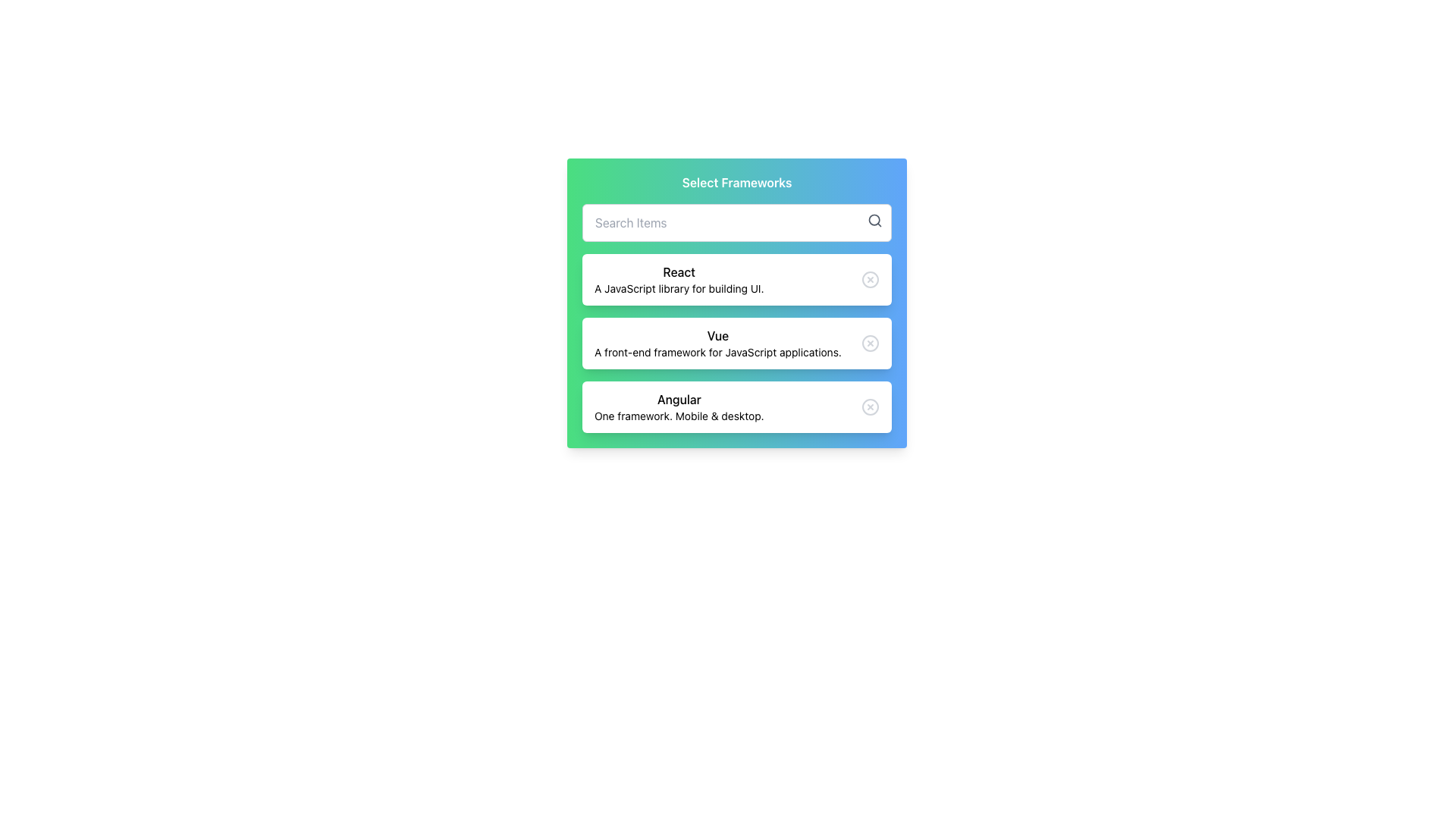 This screenshot has width=1456, height=819. What do you see at coordinates (870, 406) in the screenshot?
I see `the small circular icon button with an 'X' inside, located in the top-right corner of the 'Angular' card under the 'Select Frameworks' section` at bounding box center [870, 406].